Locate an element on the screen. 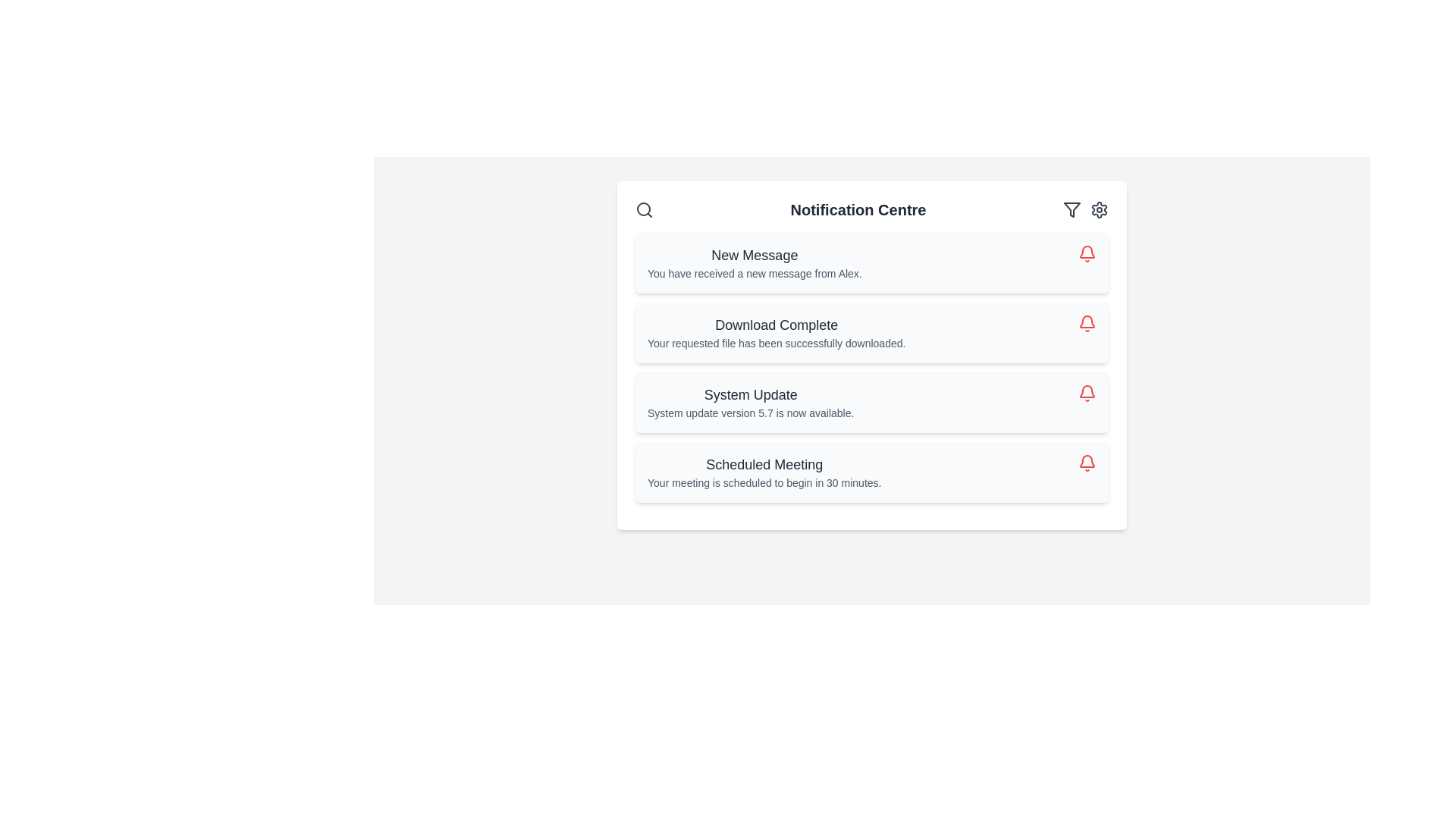 The image size is (1456, 819). the filtering icon located in the top-right corner of the notification center panel, to the left of the settings icon is located at coordinates (1072, 210).